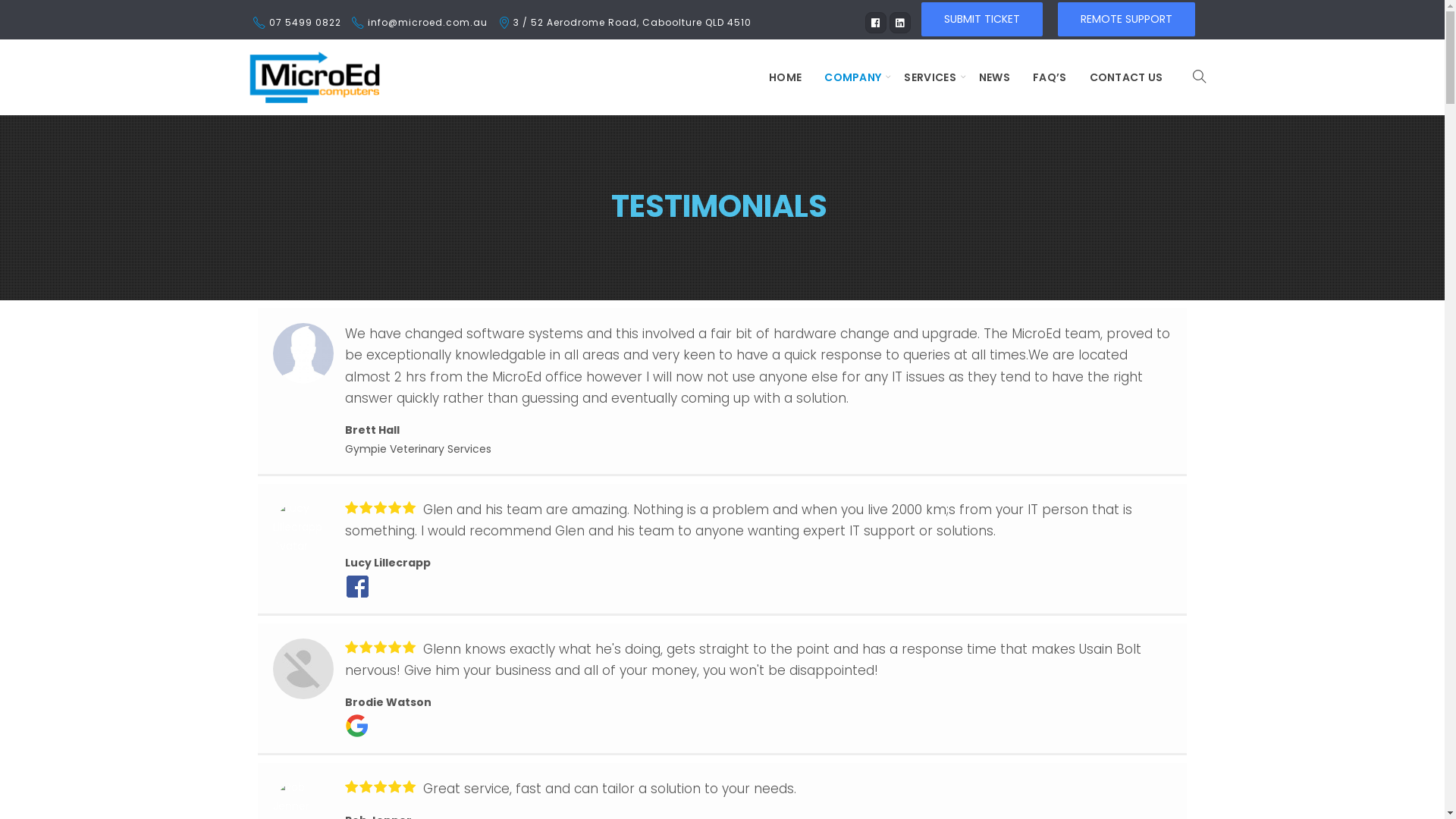  I want to click on 'COMPANY', so click(852, 77).